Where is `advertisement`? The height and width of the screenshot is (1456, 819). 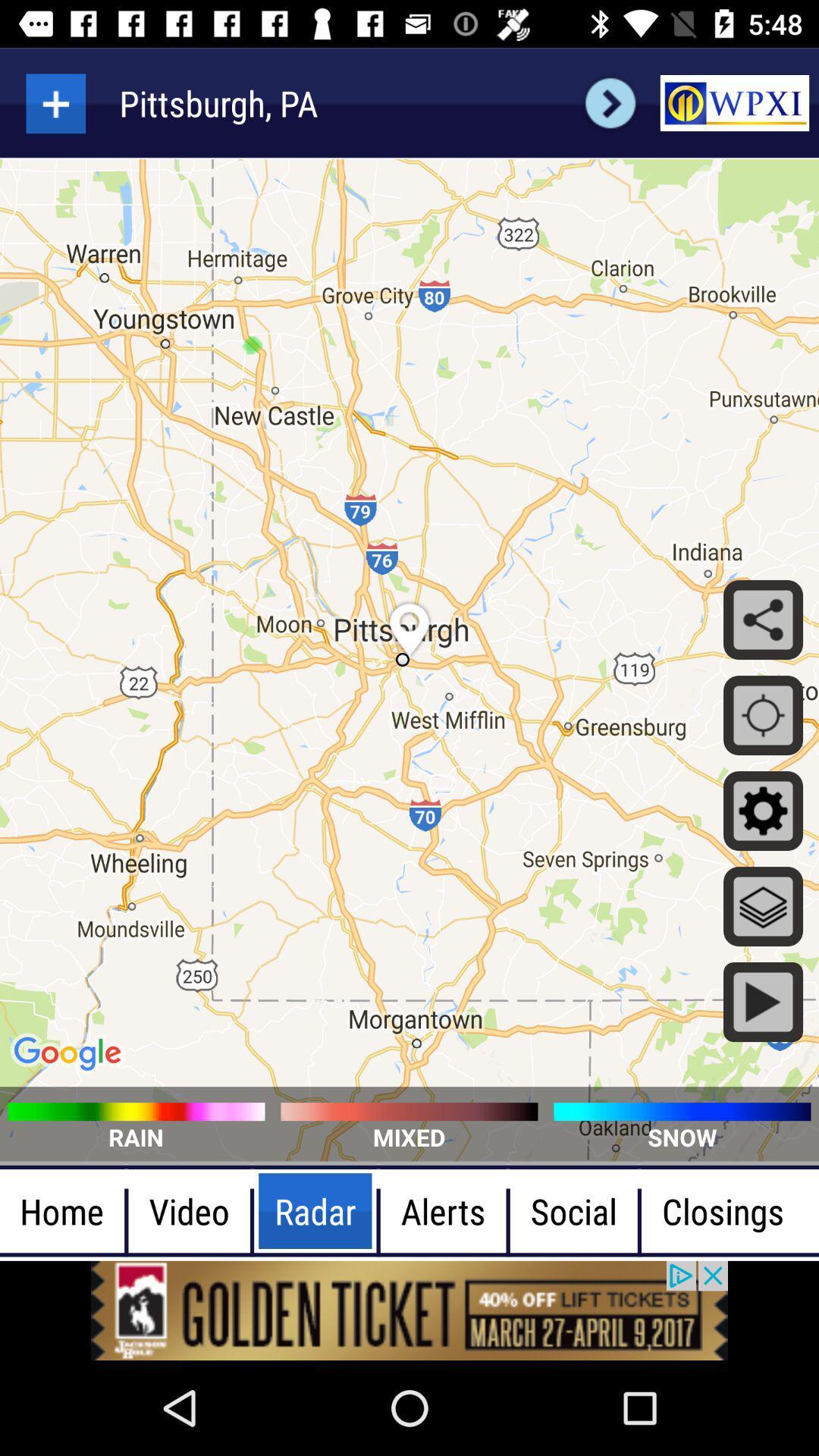
advertisement is located at coordinates (409, 1310).